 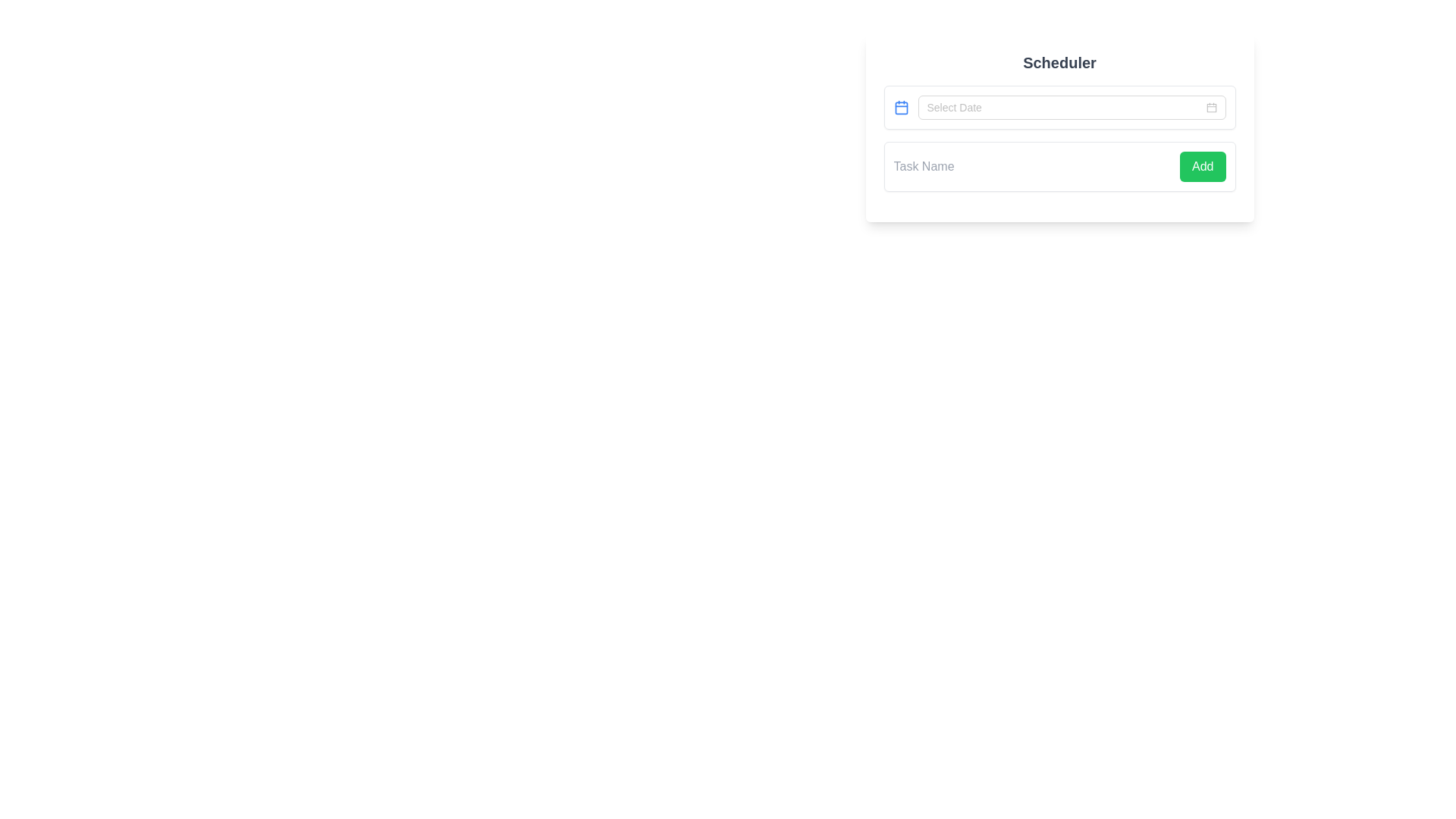 What do you see at coordinates (901, 107) in the screenshot?
I see `the background rectangle of the calendar icon, which serves as the base for date selection functionality, located on the left-hand side of the 'Select Date' input field` at bounding box center [901, 107].